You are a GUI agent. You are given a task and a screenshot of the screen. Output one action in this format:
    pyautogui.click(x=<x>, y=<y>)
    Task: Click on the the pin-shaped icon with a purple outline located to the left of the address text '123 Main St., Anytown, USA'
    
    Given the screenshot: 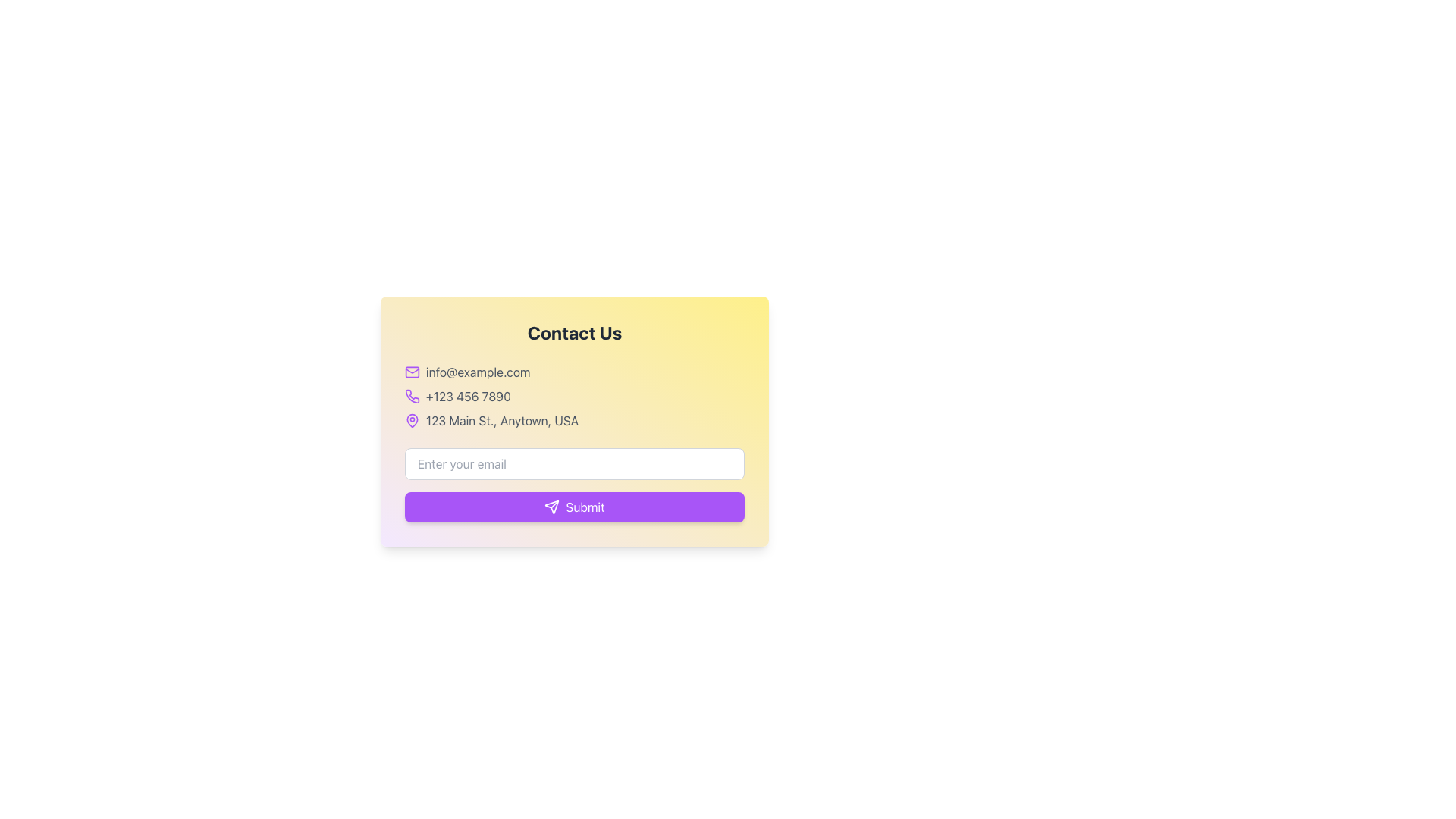 What is the action you would take?
    pyautogui.click(x=412, y=421)
    